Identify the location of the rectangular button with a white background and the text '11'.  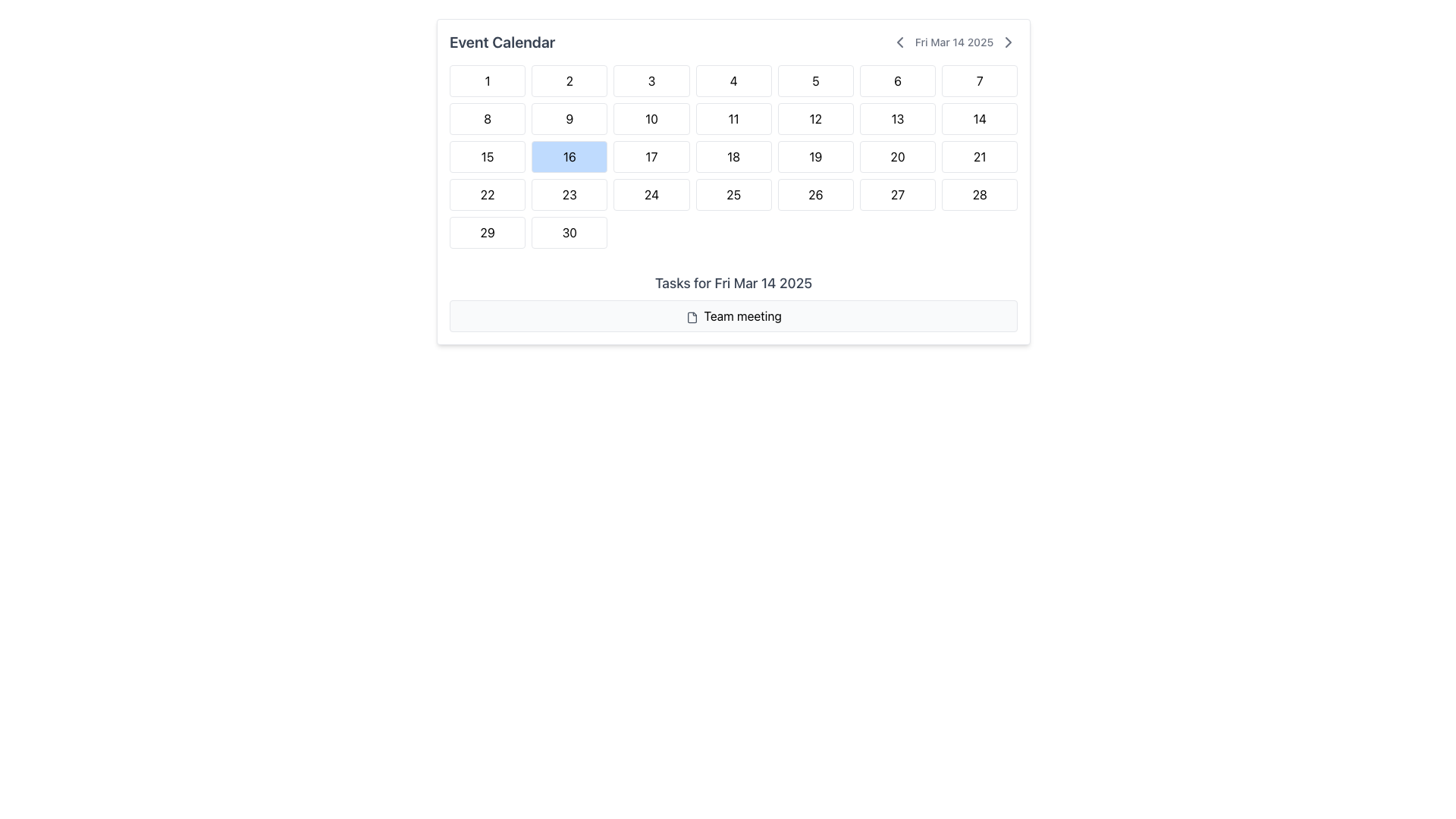
(733, 118).